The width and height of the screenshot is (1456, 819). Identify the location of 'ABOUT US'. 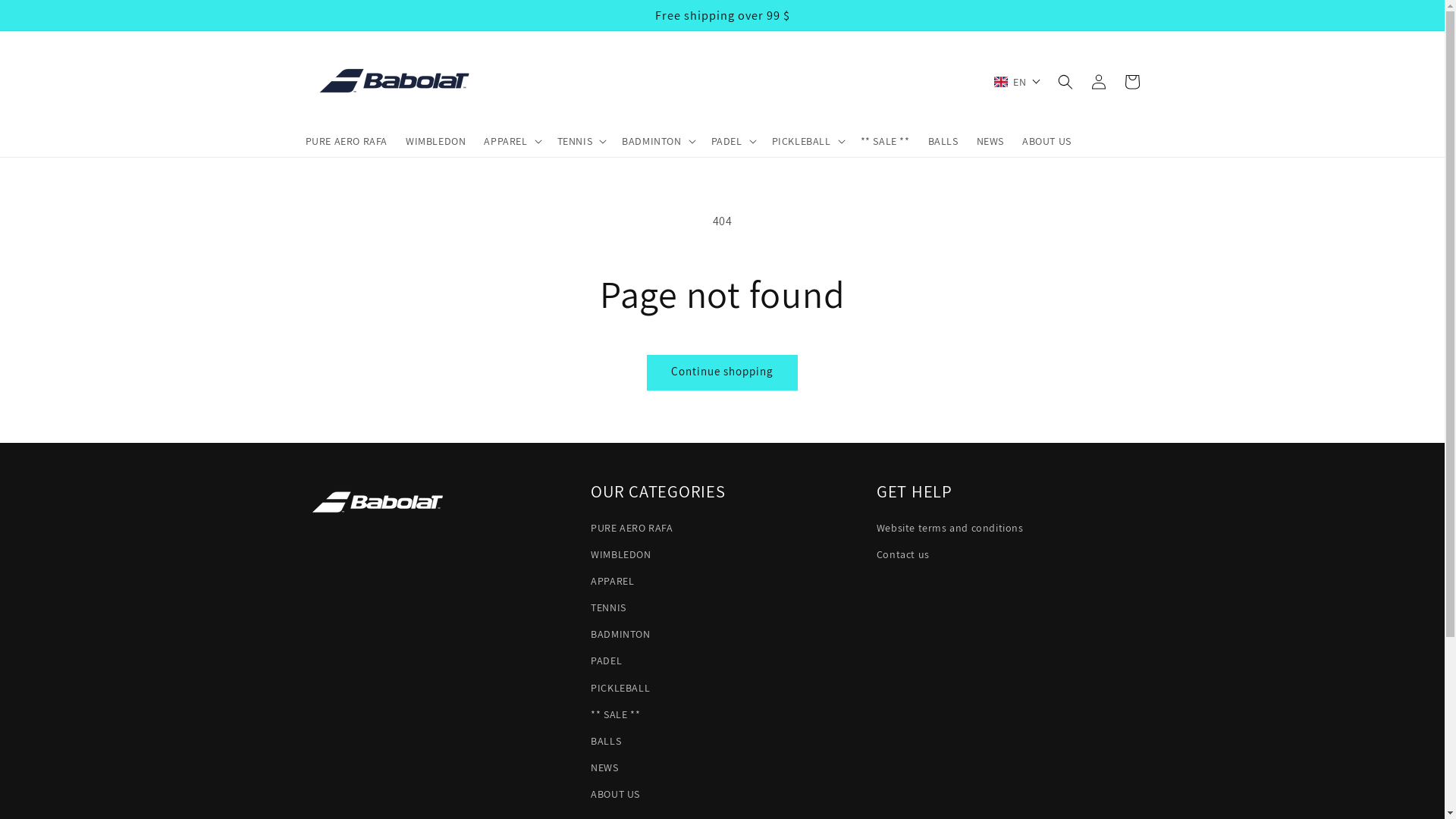
(615, 793).